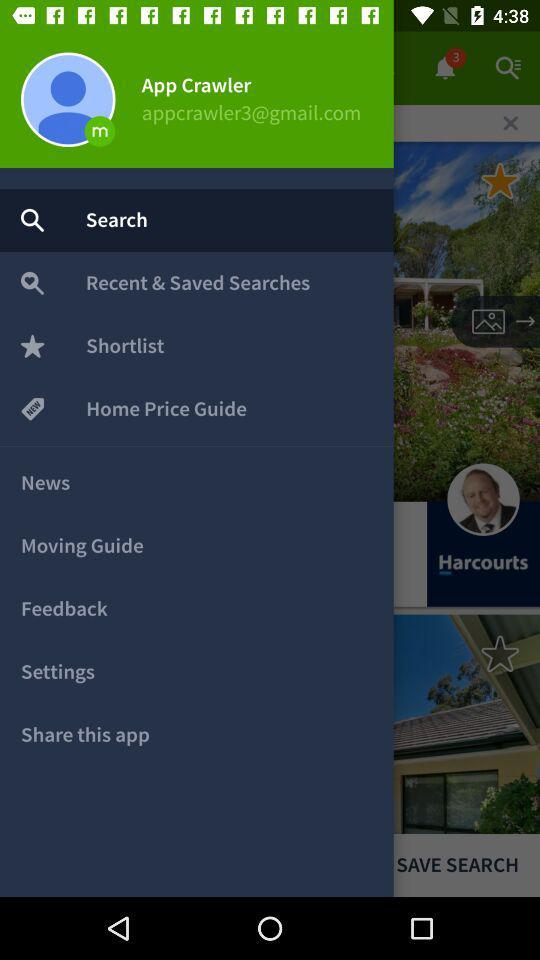 The image size is (540, 960). I want to click on the close icon, so click(510, 122).